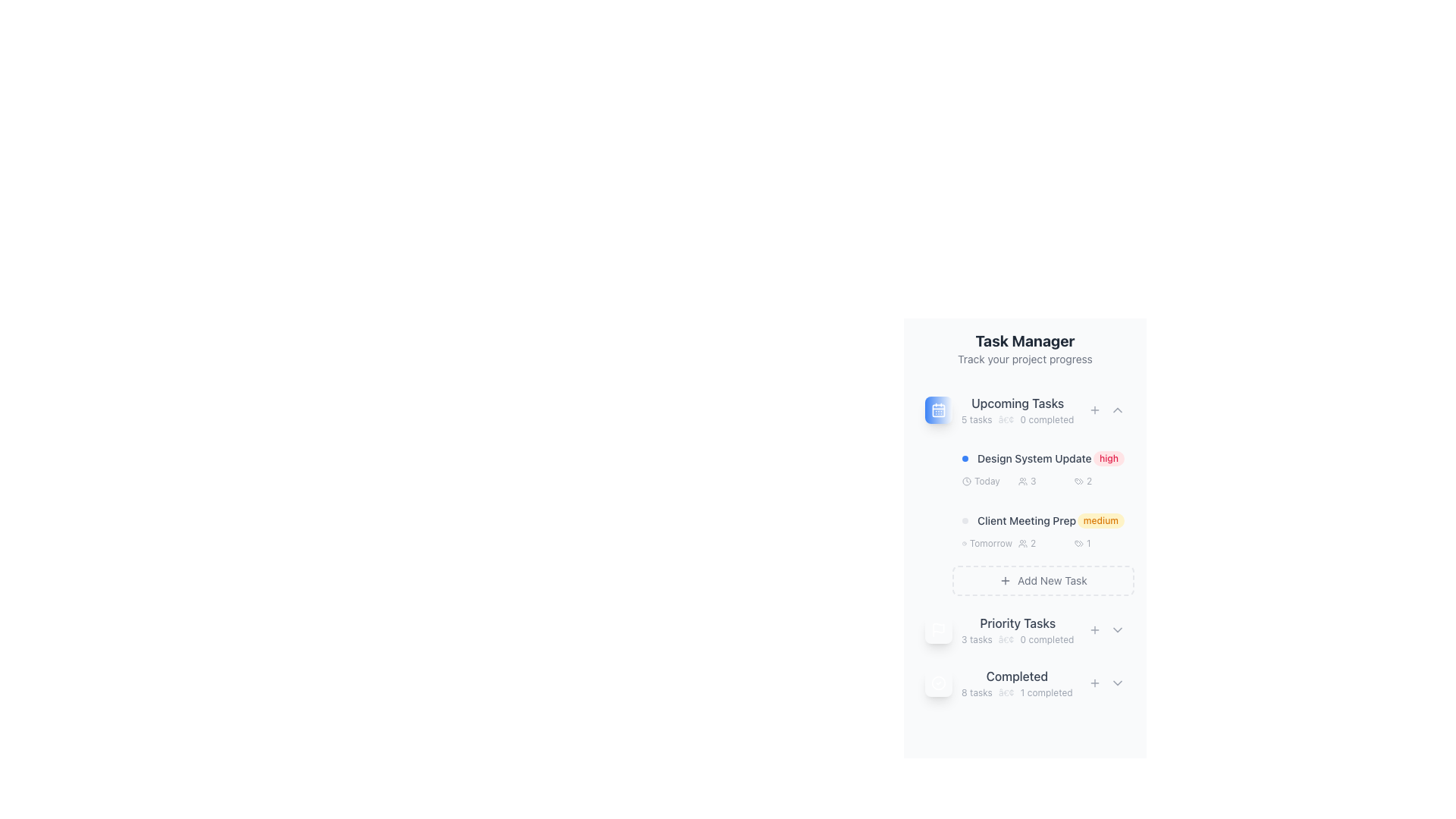 This screenshot has height=819, width=1456. Describe the element at coordinates (987, 482) in the screenshot. I see `the static text label displaying 'Today' located under the 'Design System Update' task in the 'Upcoming Tasks' section, adjacent to the clock icon` at that location.